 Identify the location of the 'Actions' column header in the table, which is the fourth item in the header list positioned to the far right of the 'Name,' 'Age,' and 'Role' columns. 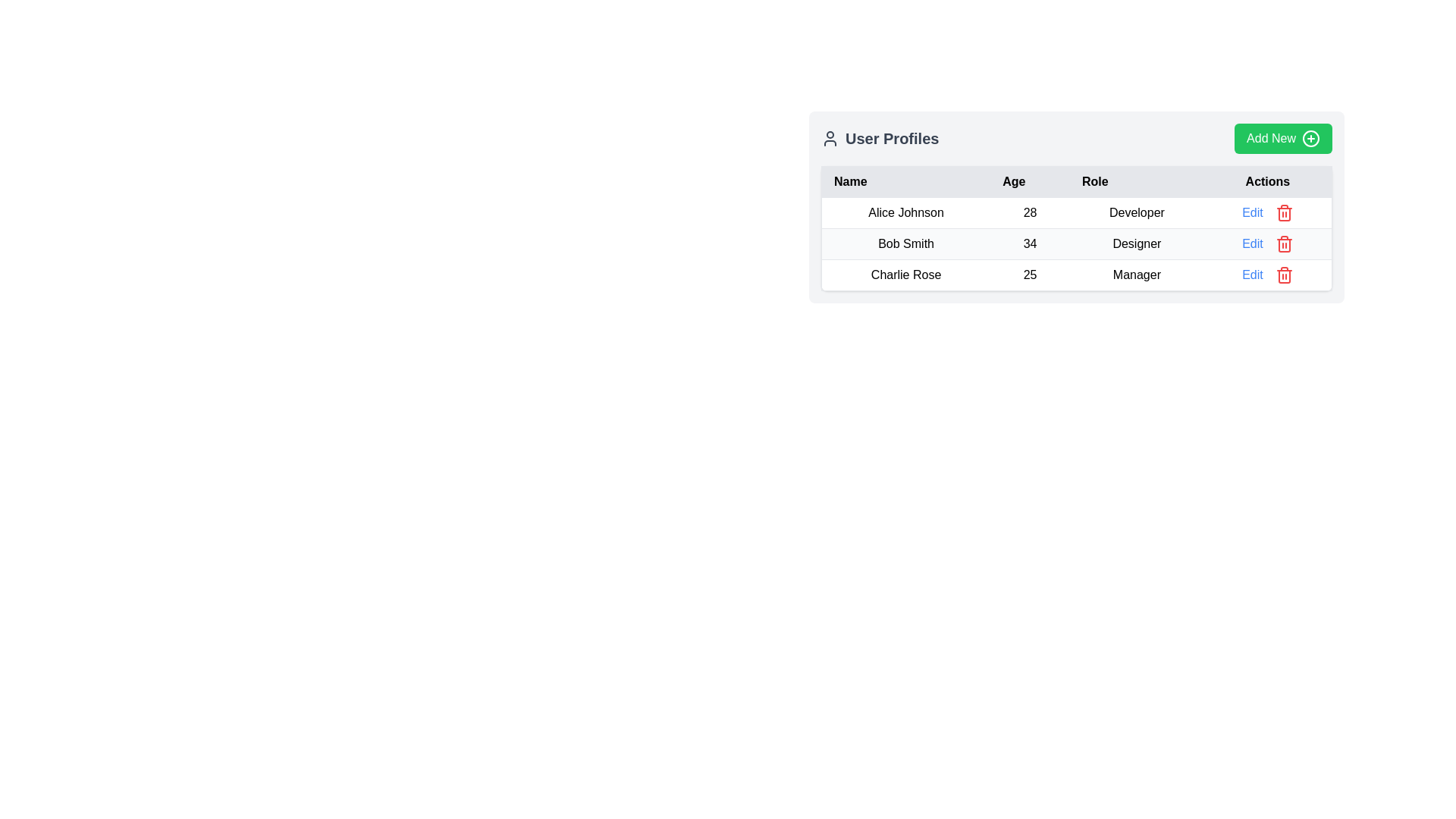
(1268, 180).